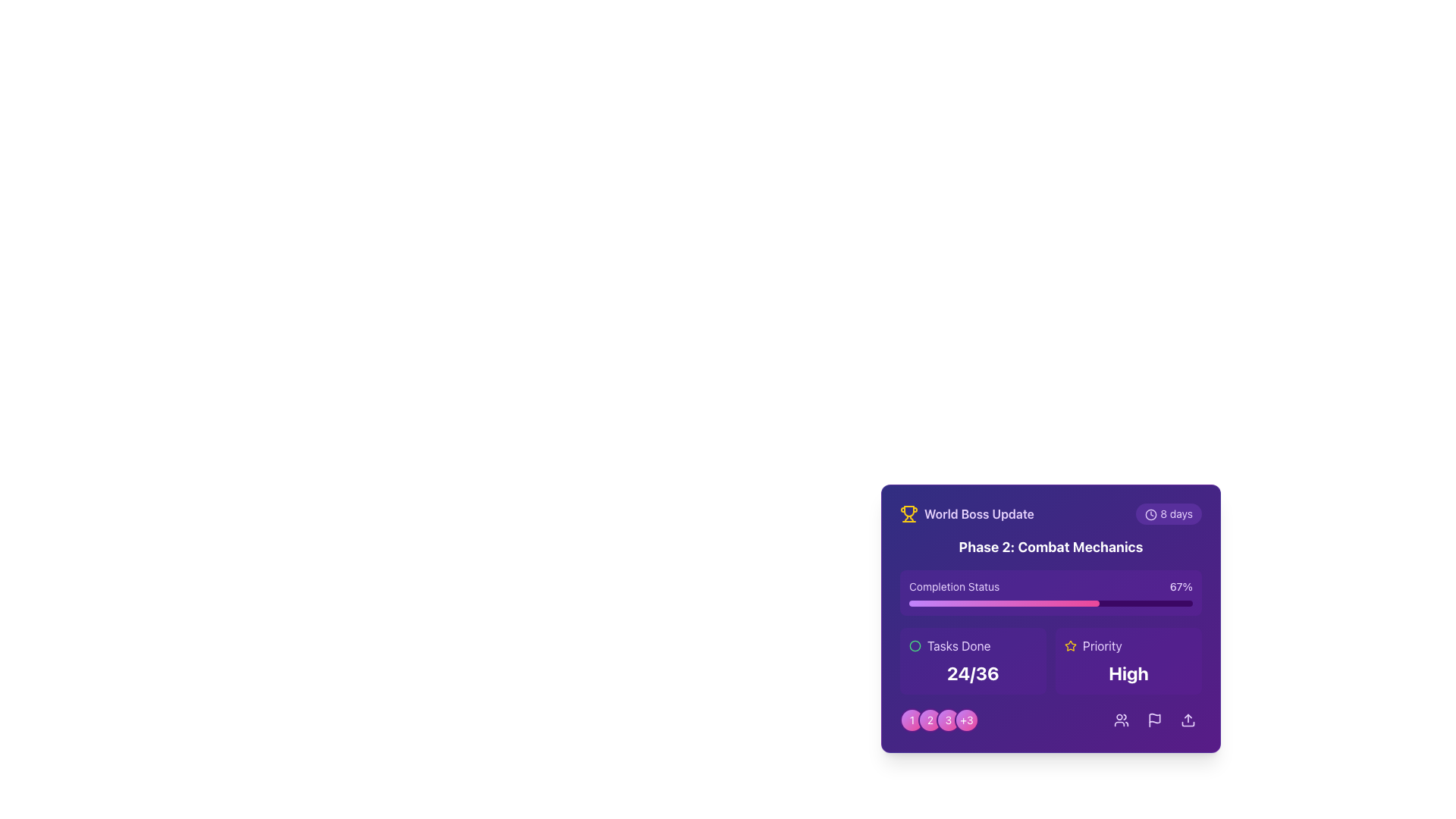 The width and height of the screenshot is (1456, 819). Describe the element at coordinates (912, 719) in the screenshot. I see `the first circular label icon with a gradient background transitioning from purple to pink, featuring the number '1' in white text and surrounded by a purple border, located at the bottom-left part of the interface` at that location.